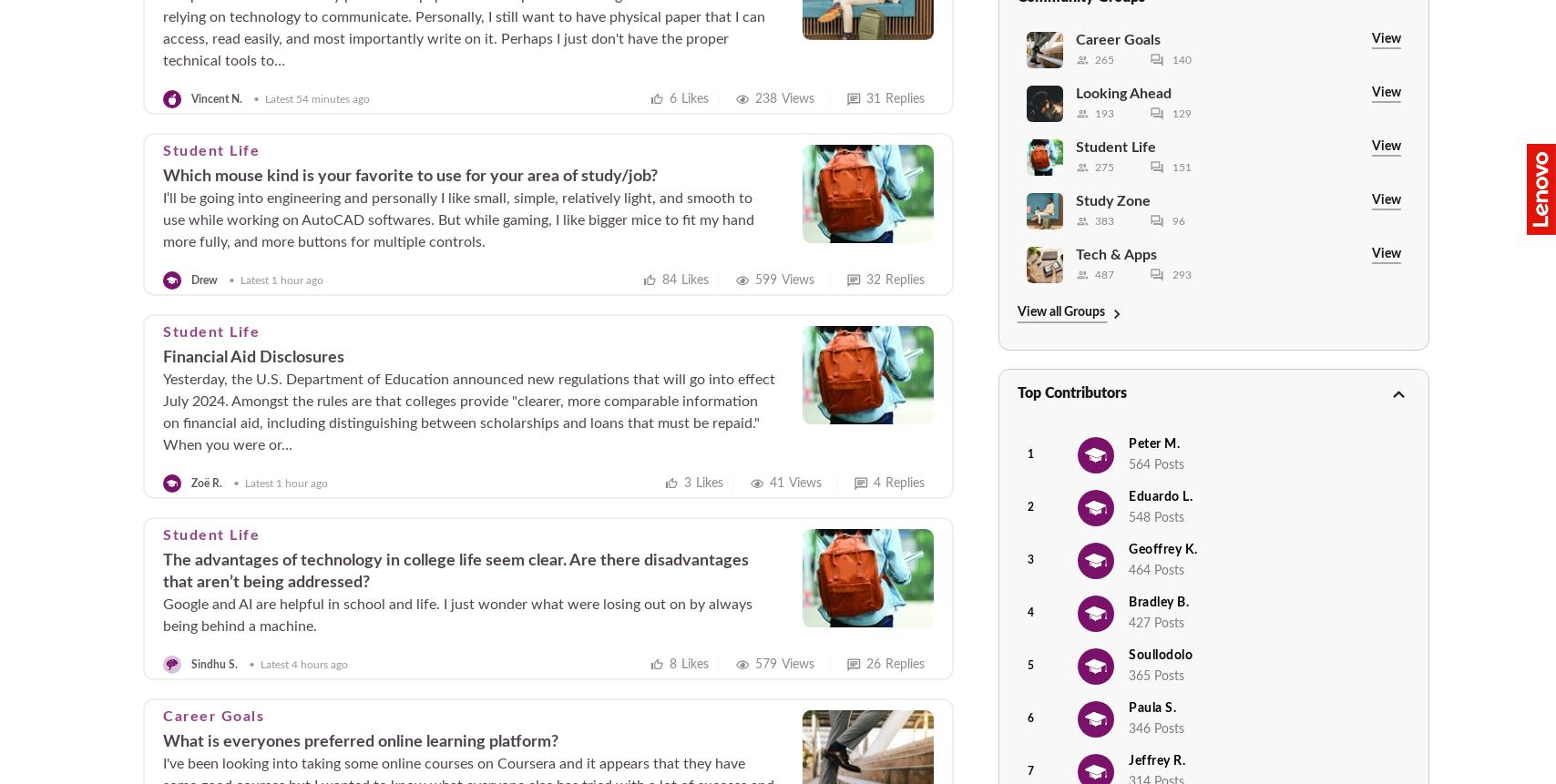 This screenshot has width=1556, height=784. I want to click on 'Bradley b.', so click(1158, 603).